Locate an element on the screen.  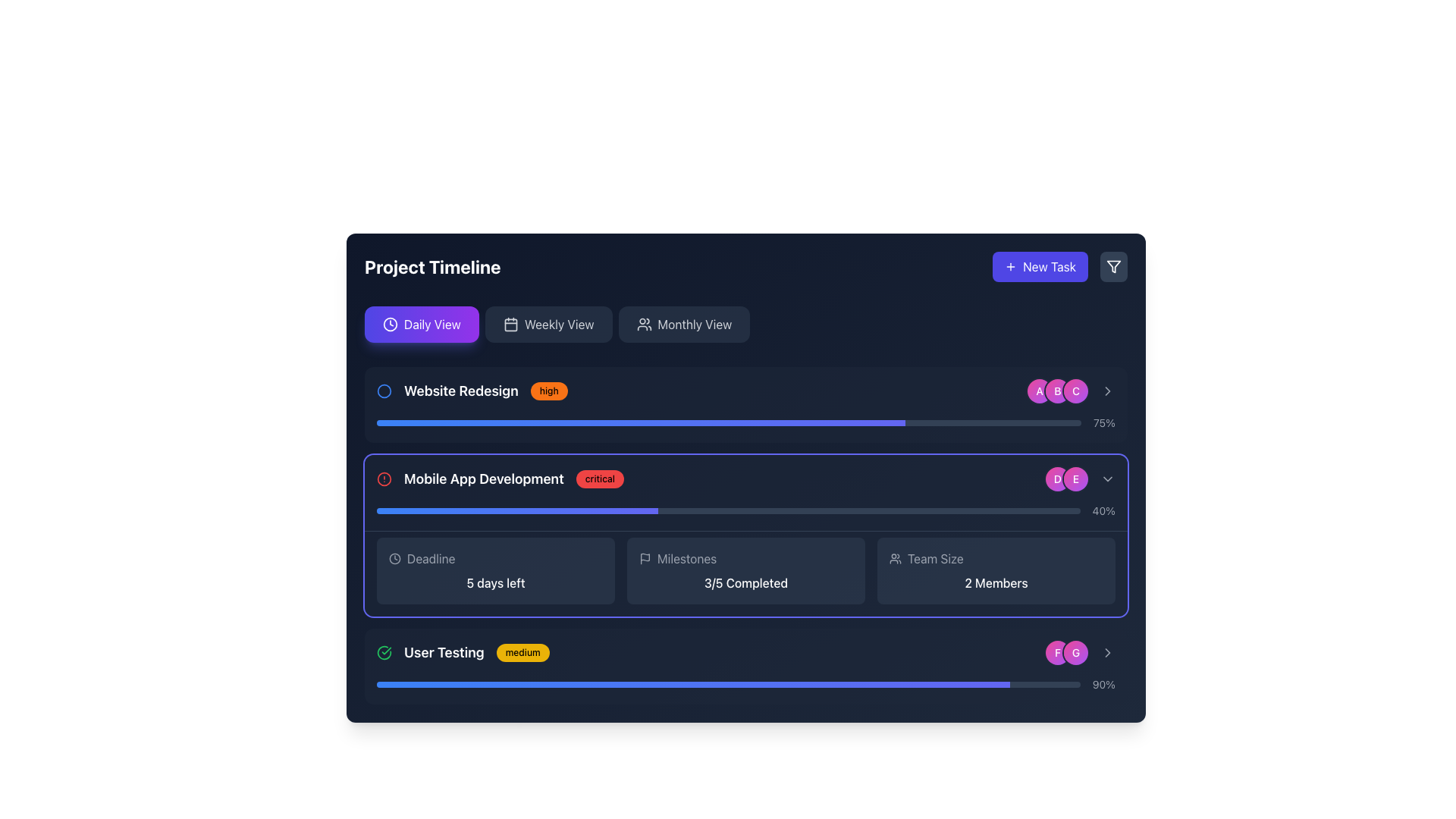
the circular avatar button with a gradient background transitioning from pink to purple, featuring the letter 'C' in white, bold font, for selection is located at coordinates (1070, 391).